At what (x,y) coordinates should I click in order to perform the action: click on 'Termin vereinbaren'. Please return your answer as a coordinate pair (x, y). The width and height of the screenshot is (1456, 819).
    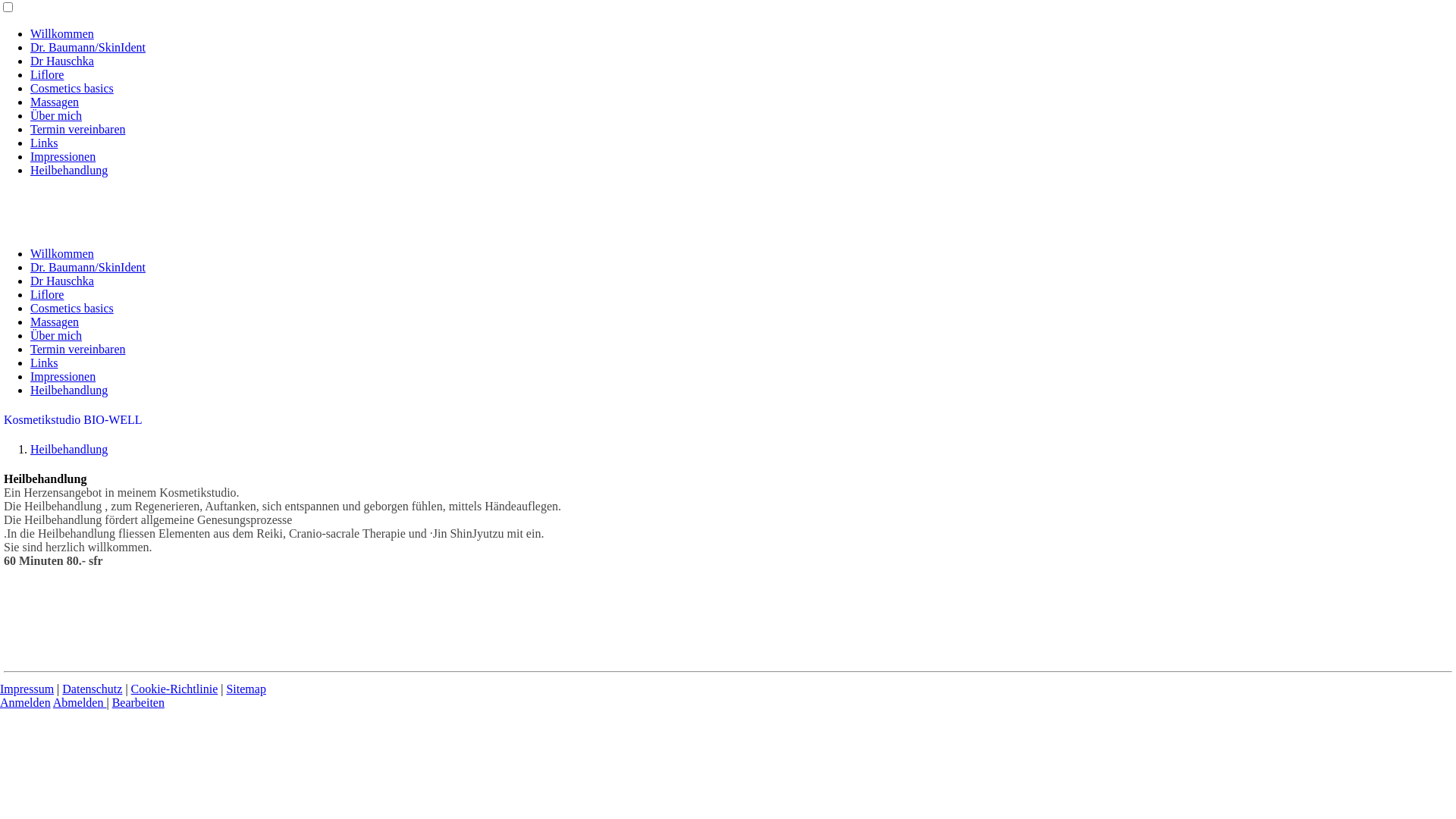
    Looking at the image, I should click on (77, 128).